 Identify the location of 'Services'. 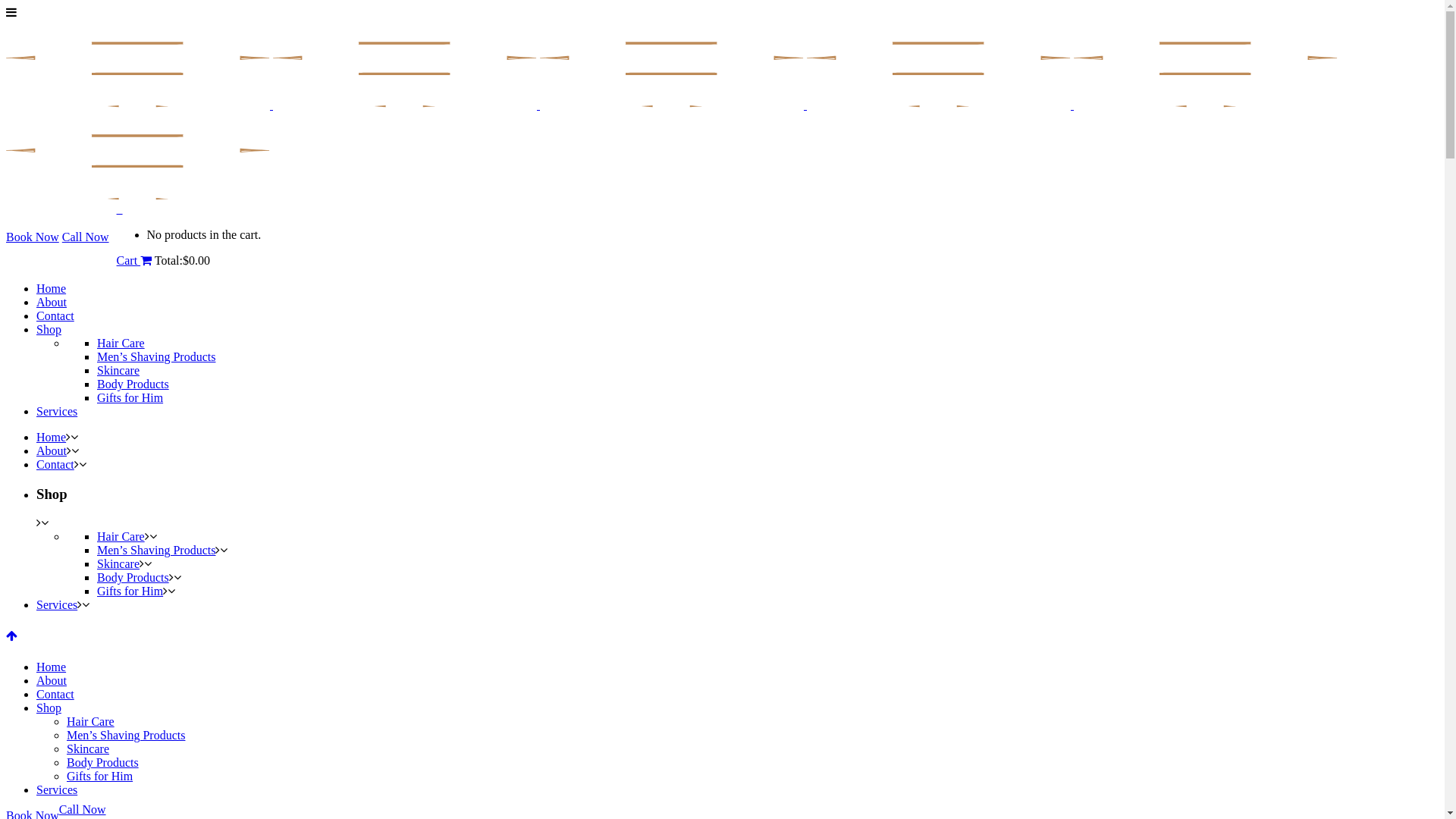
(57, 604).